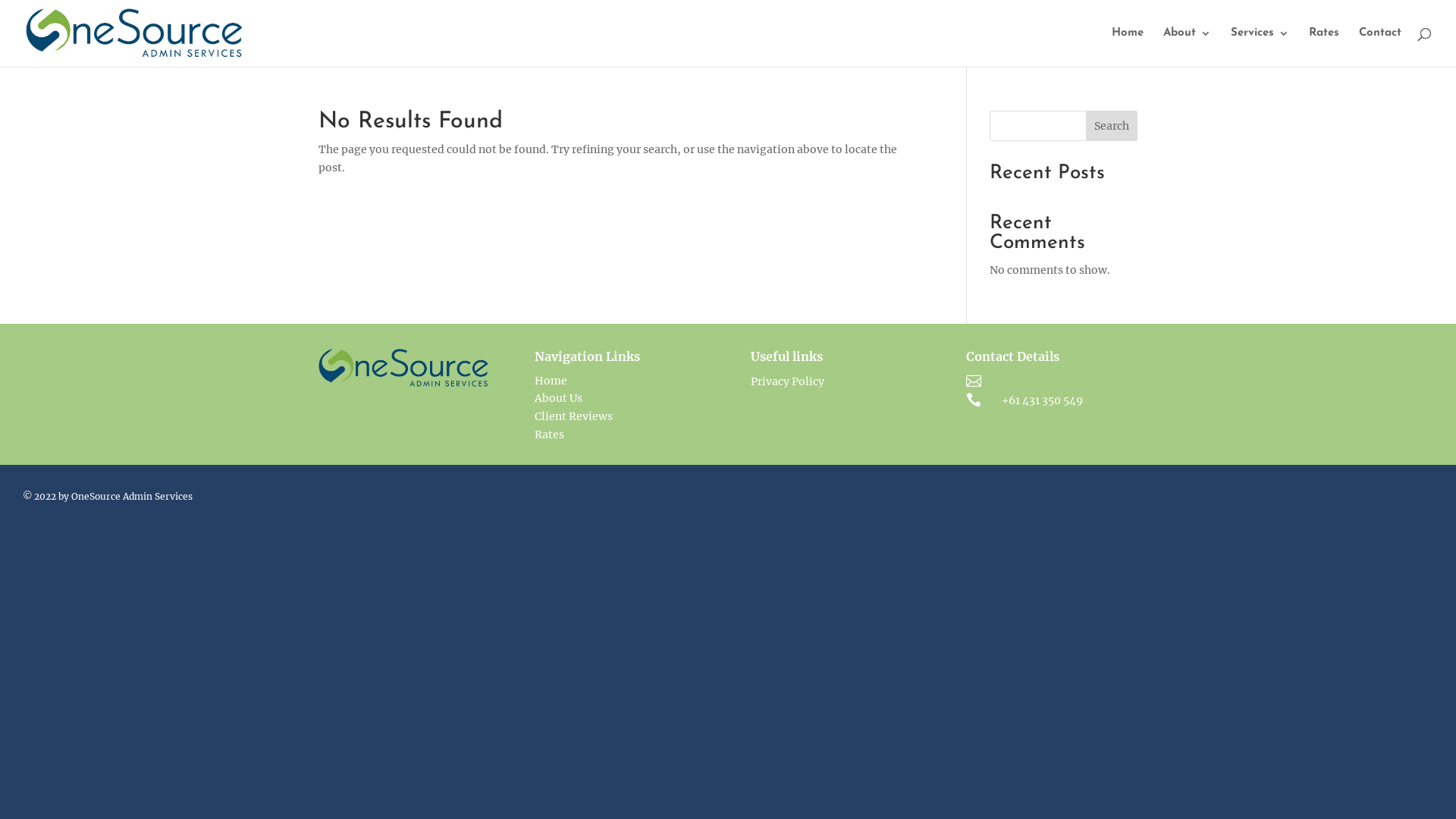 The image size is (1456, 819). I want to click on 'Home', so click(550, 379).